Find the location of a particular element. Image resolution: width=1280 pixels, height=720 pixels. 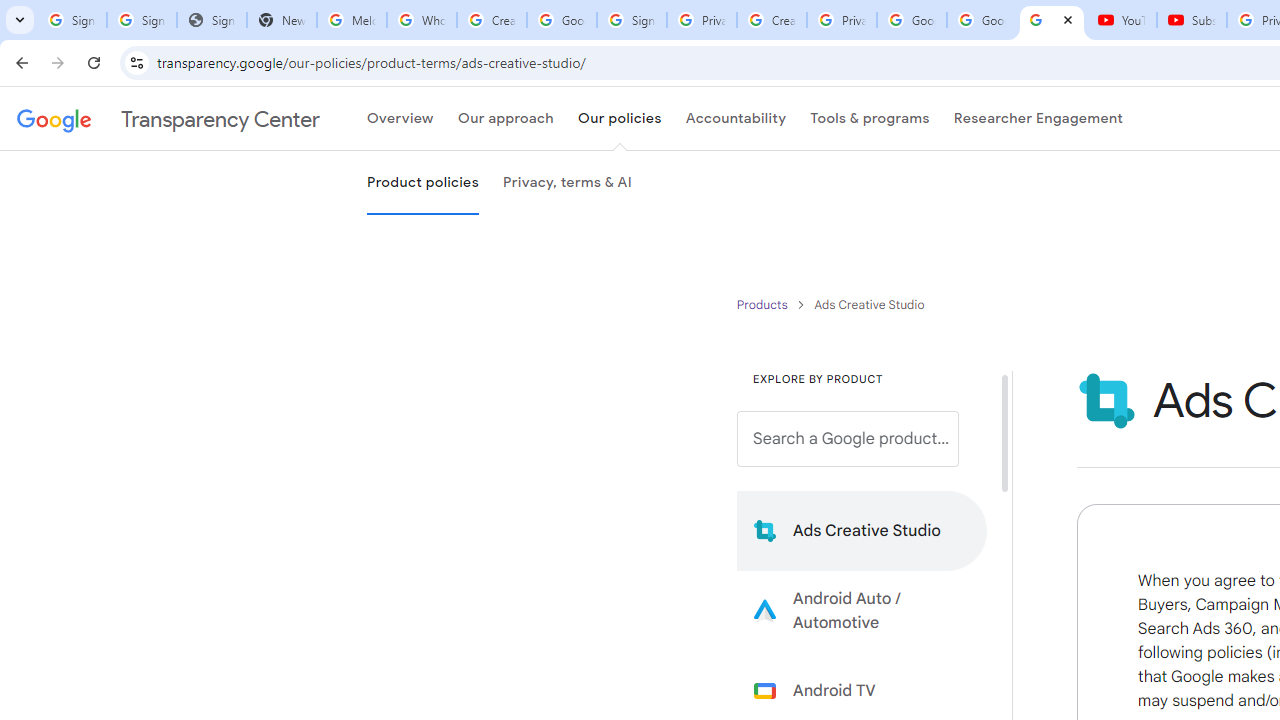

'YouTube' is located at coordinates (1121, 20).